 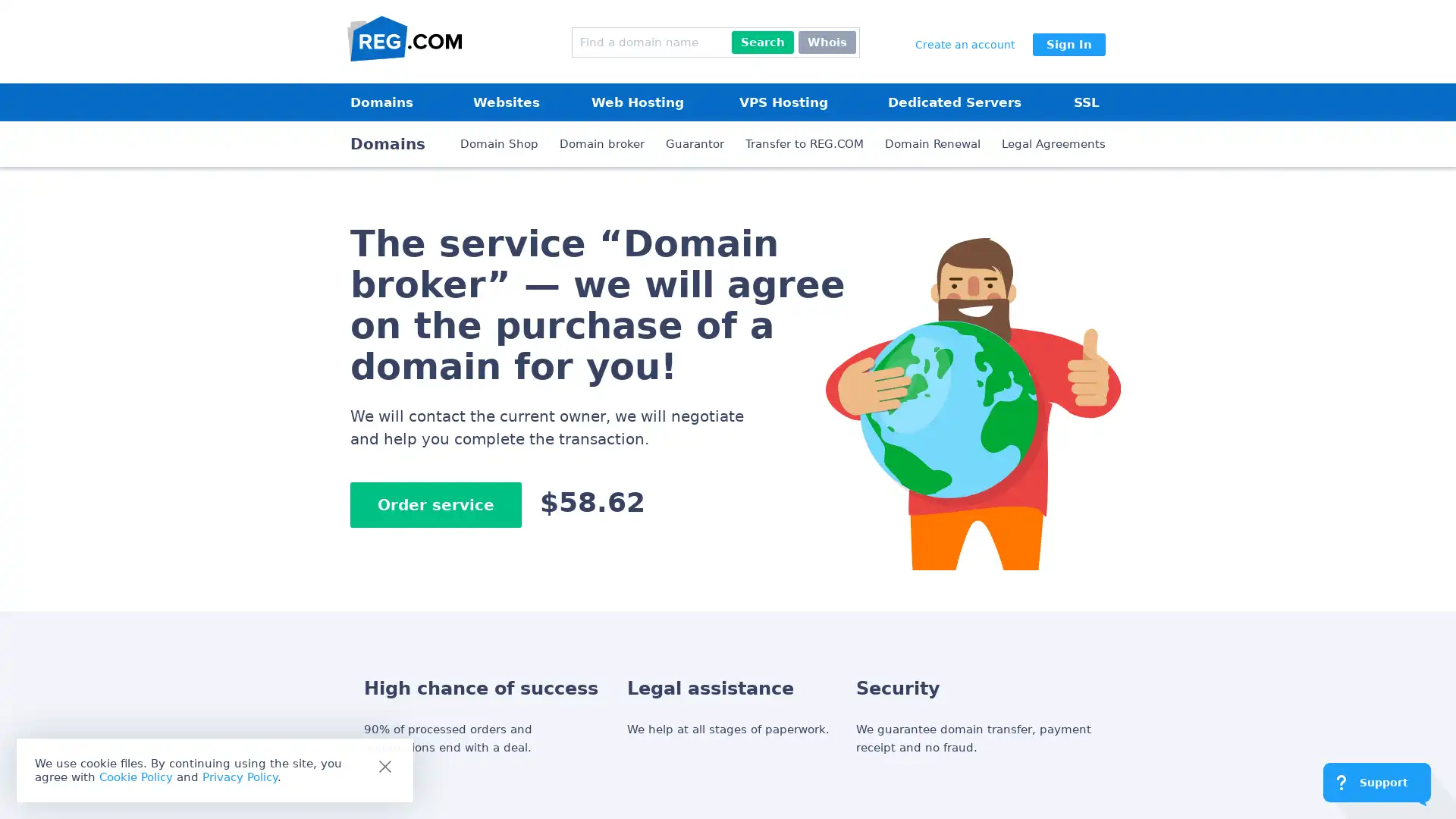 What do you see at coordinates (763, 42) in the screenshot?
I see `Search` at bounding box center [763, 42].